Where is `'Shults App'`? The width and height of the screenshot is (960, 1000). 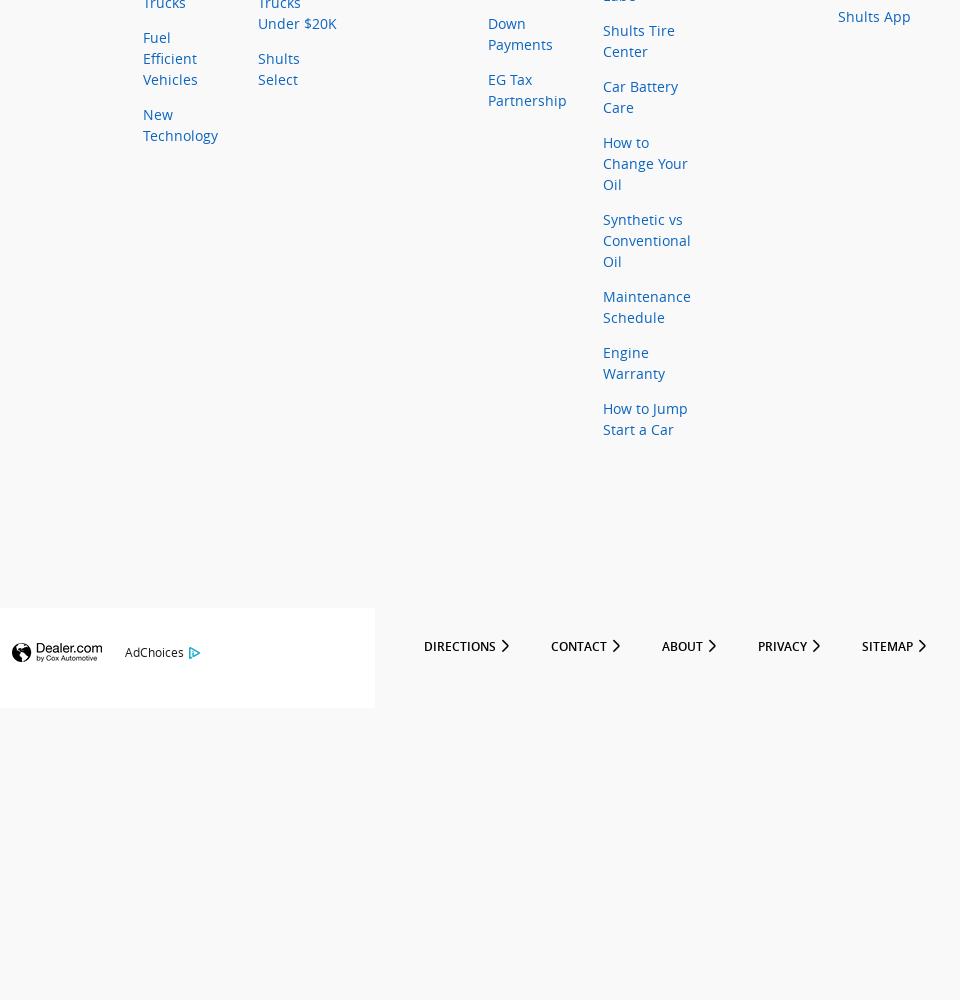
'Shults App' is located at coordinates (873, 16).